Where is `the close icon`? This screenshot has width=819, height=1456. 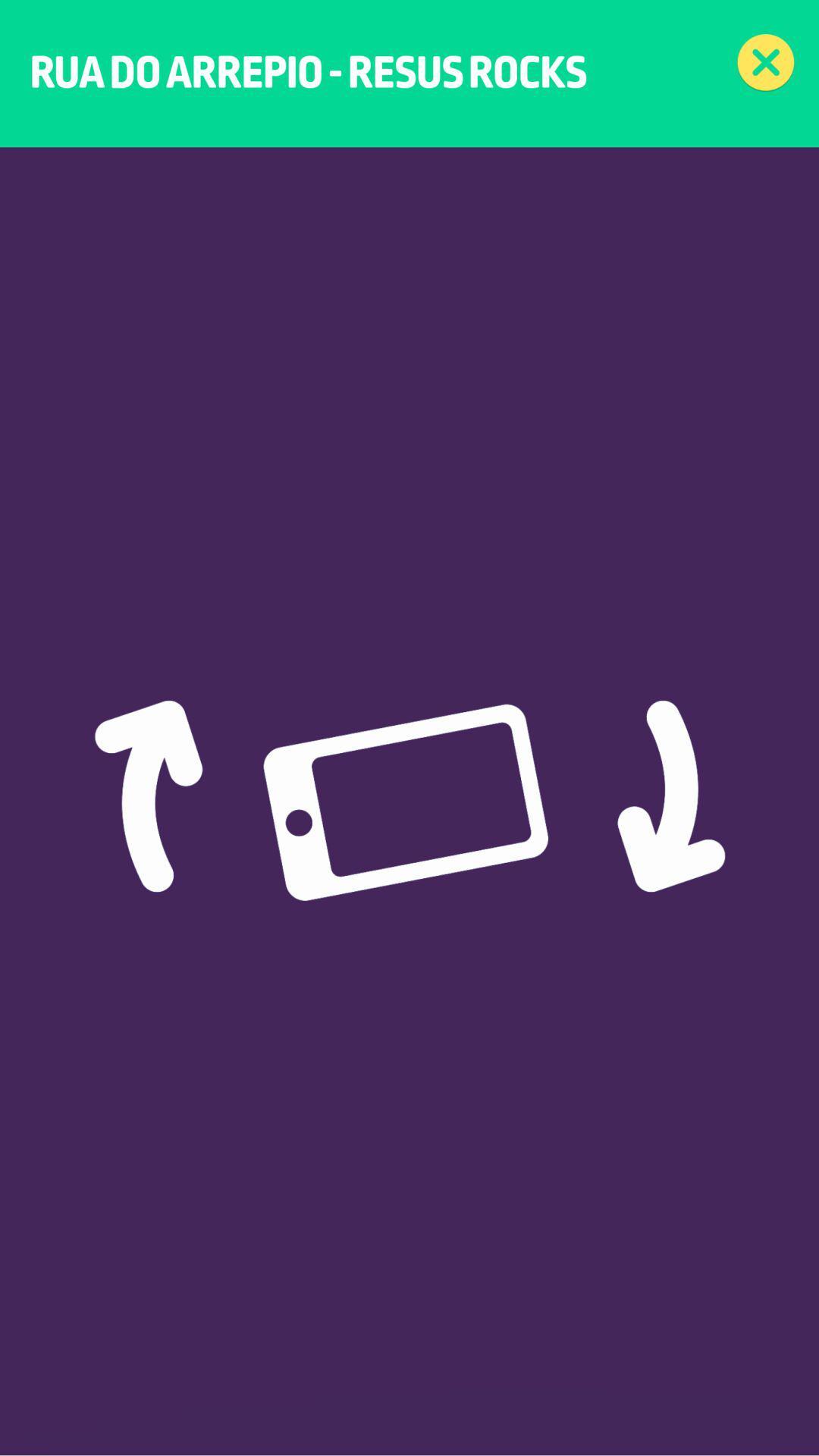
the close icon is located at coordinates (765, 62).